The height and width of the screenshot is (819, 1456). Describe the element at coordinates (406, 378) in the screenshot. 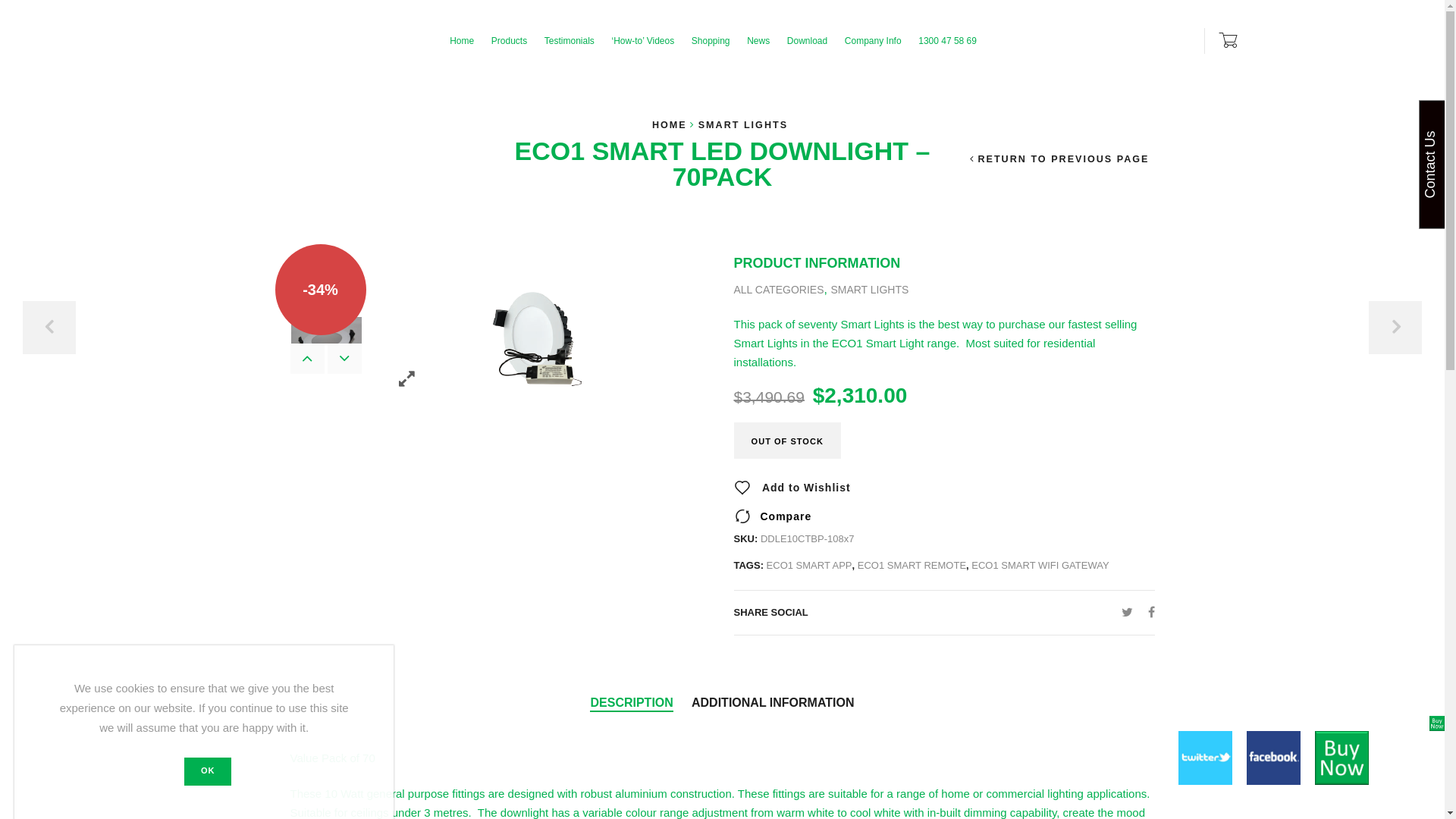

I see `'Zoom images'` at that location.